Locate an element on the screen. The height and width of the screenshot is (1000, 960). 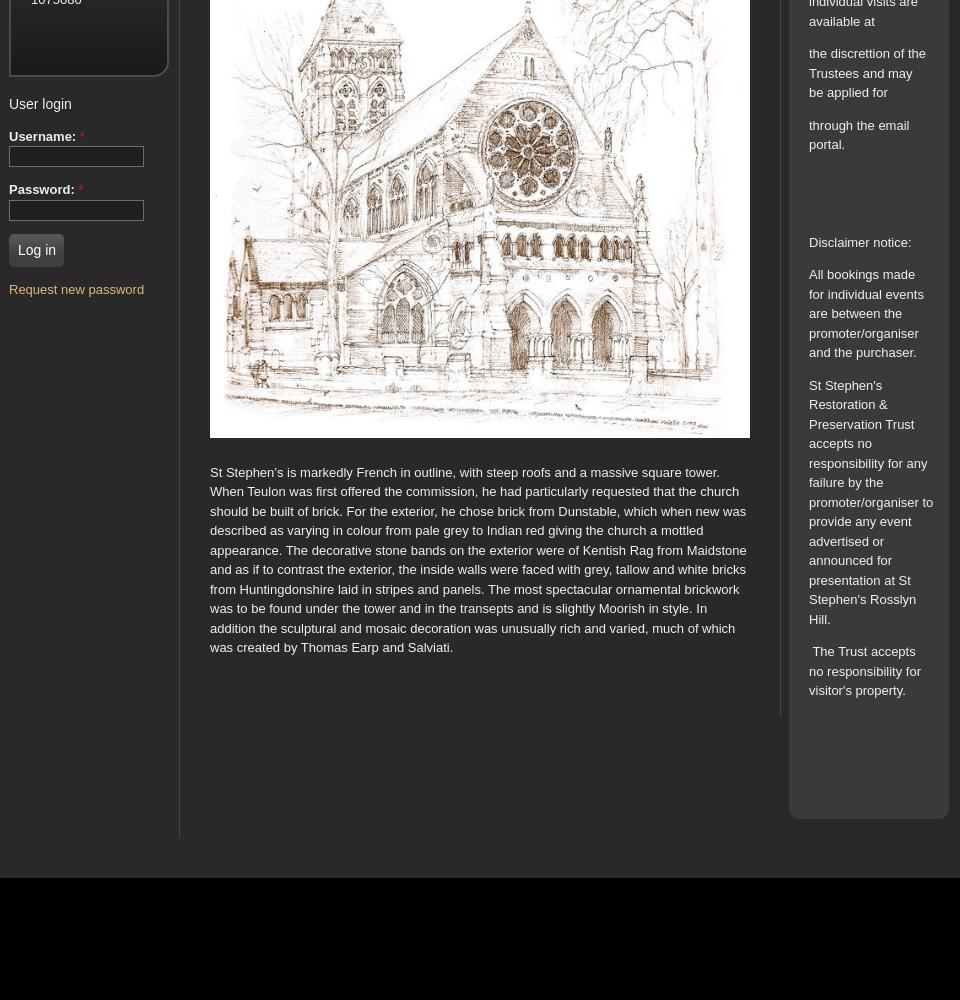
'Disclaimer notice:' is located at coordinates (858, 240).